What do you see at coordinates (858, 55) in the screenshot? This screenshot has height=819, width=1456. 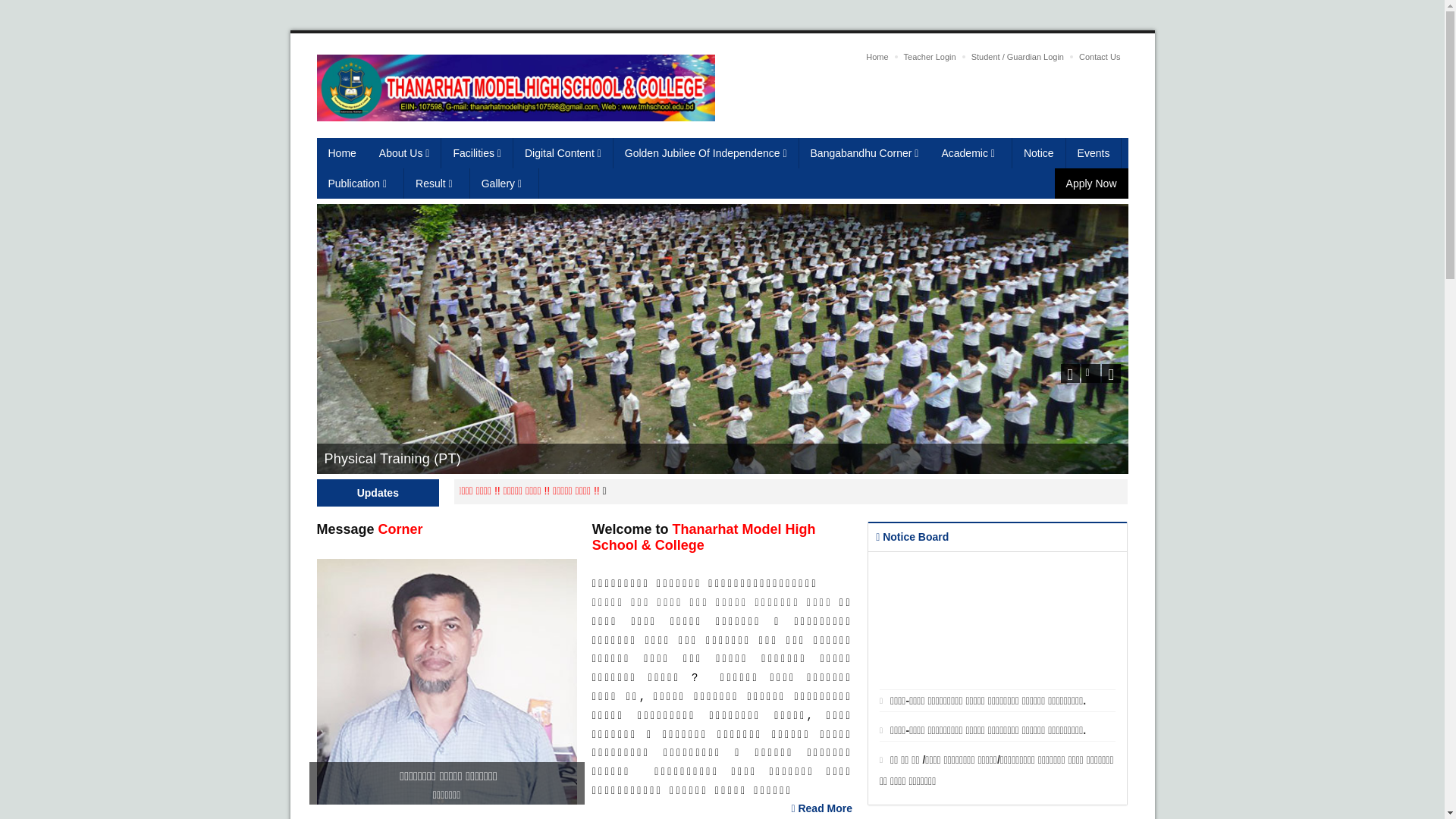 I see `'Home'` at bounding box center [858, 55].